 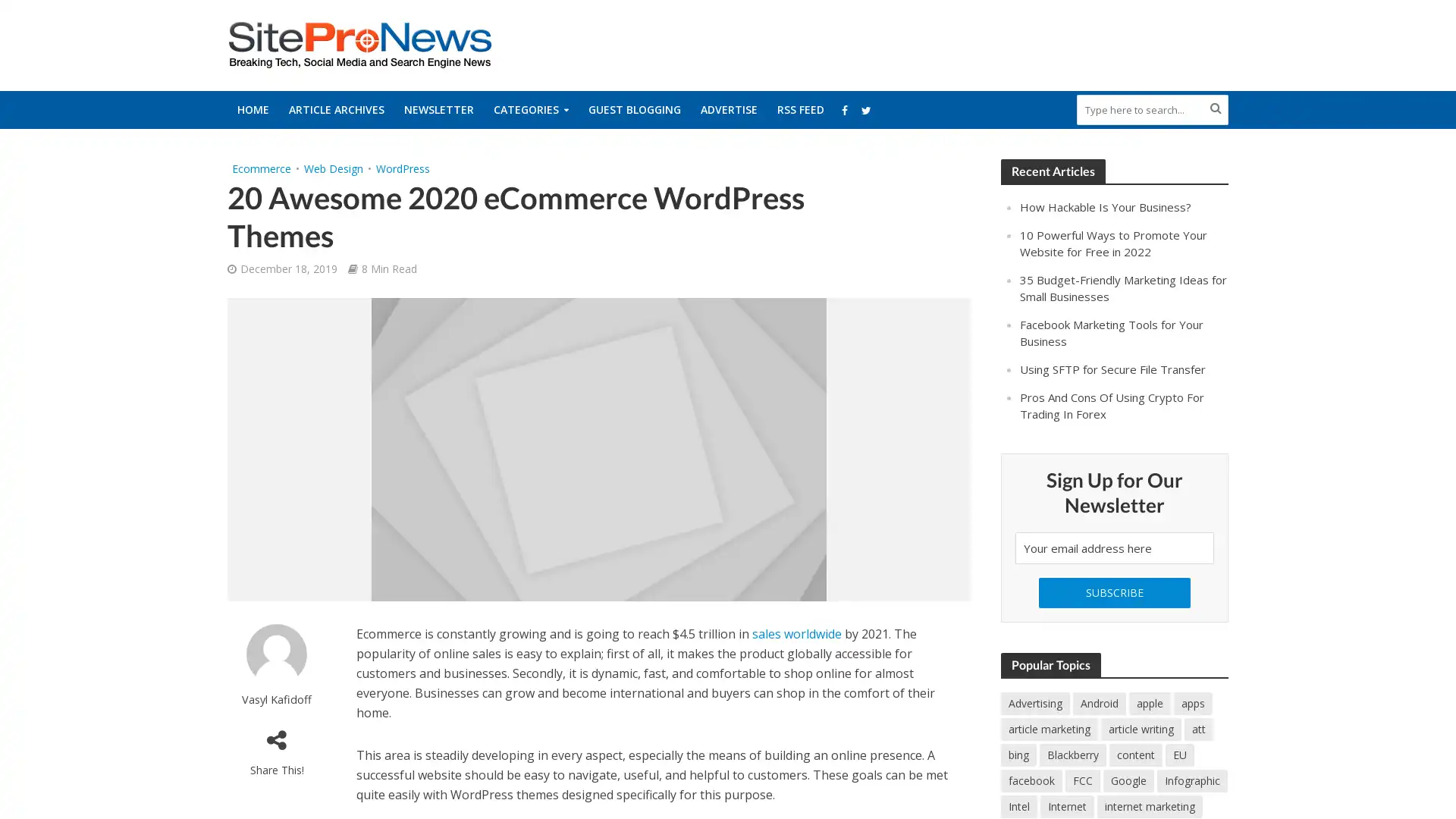 I want to click on Subscribe, so click(x=1114, y=591).